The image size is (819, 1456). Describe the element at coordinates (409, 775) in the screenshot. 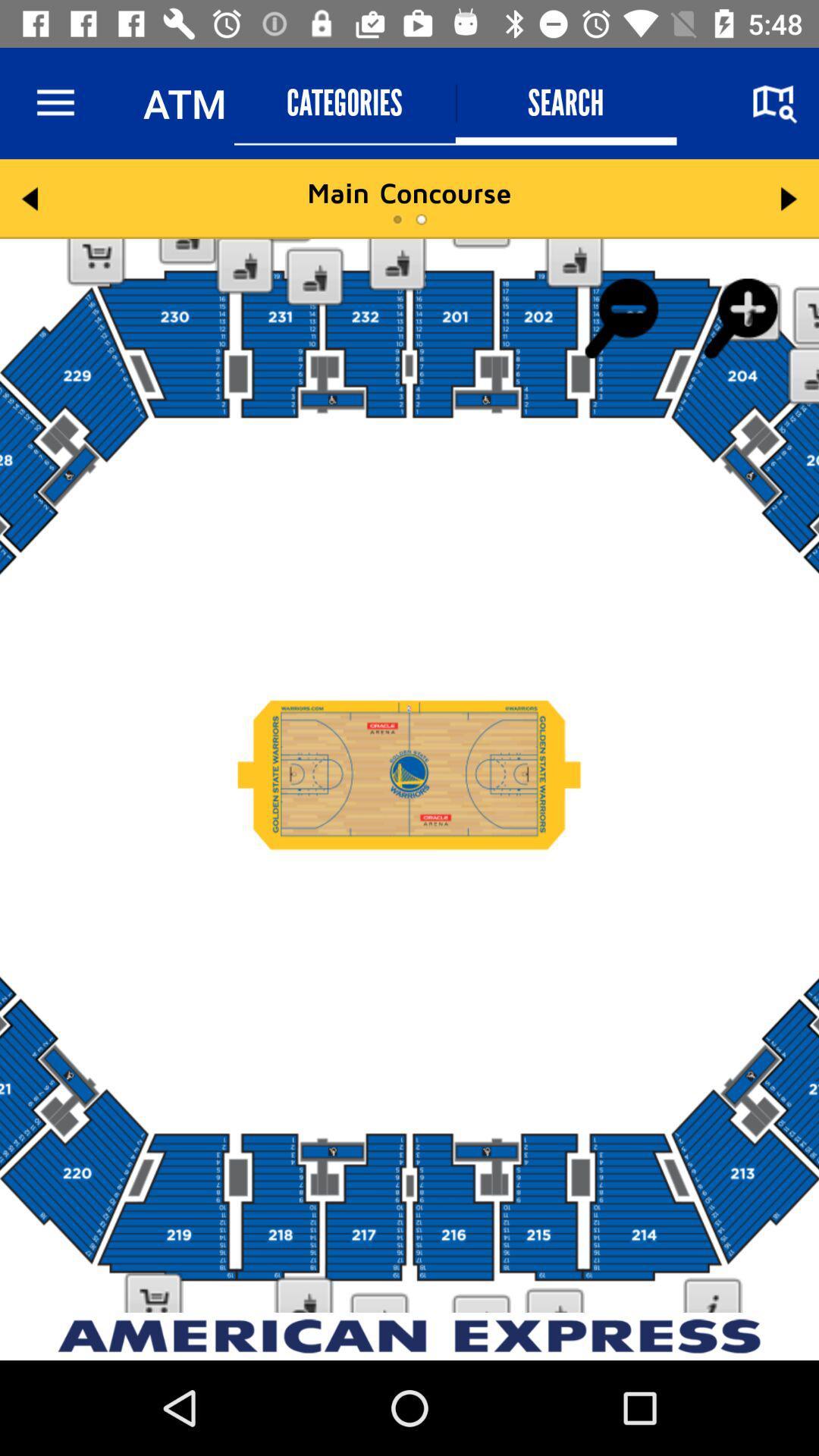

I see `seating chart` at that location.